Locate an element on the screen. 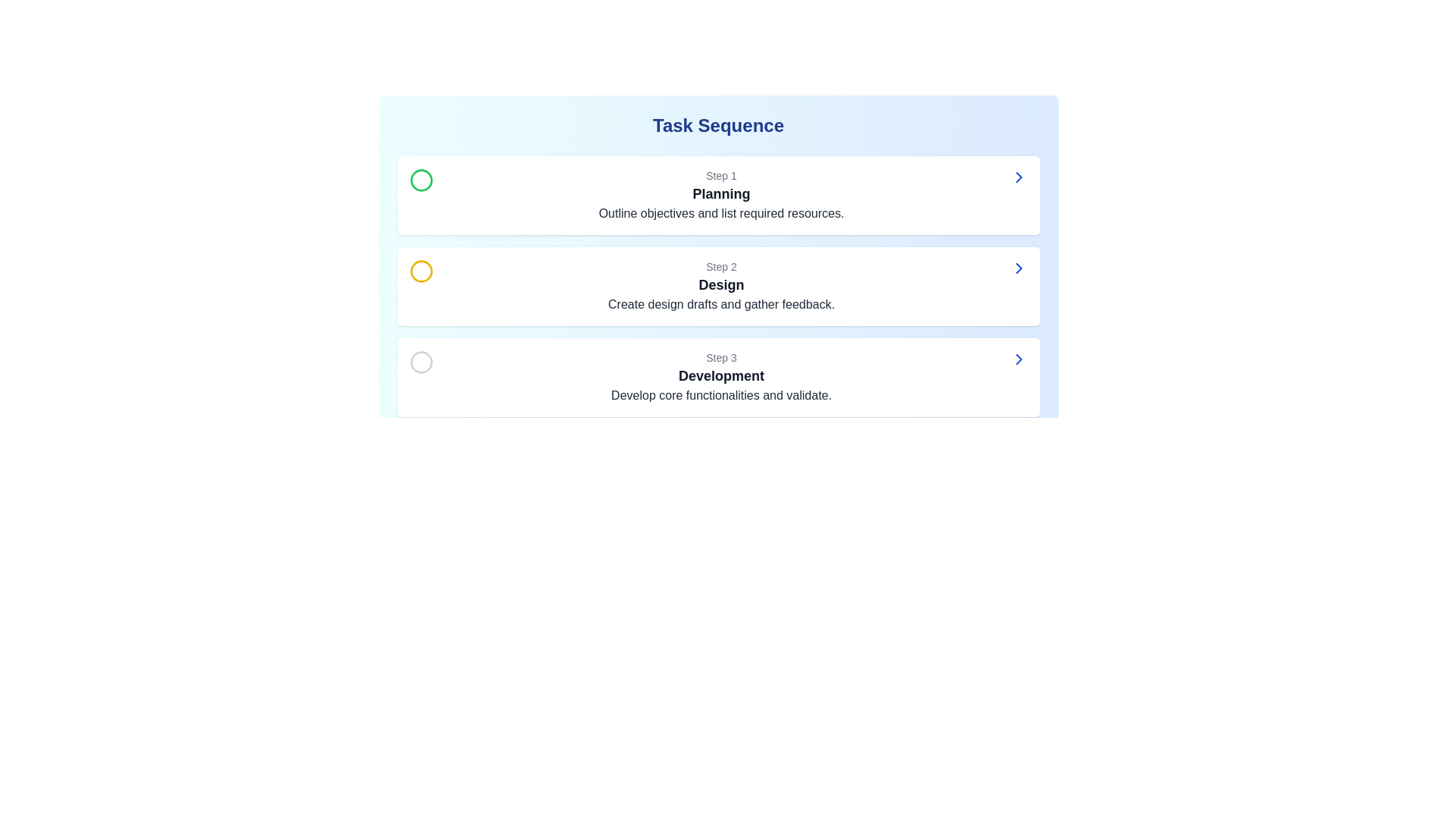  the status indicated by the green circular icon located to the left of the 'Planning' section text in the task sequence list, visually aligned with 'Step 1 Planning' is located at coordinates (421, 180).